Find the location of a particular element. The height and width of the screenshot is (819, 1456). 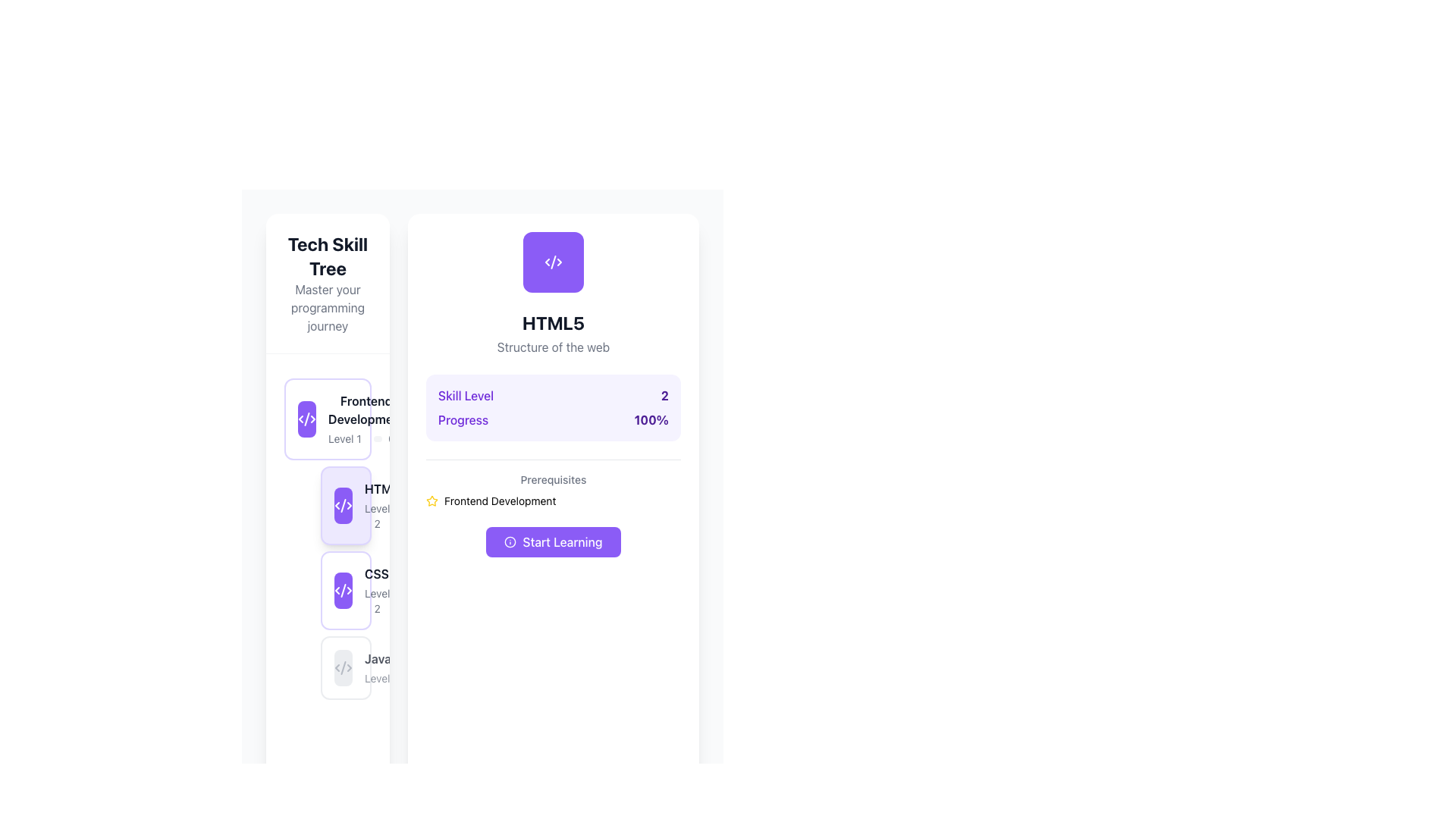

the central Icon component in a vertical list of programming-related icons, positioned between two arrow-like paths is located at coordinates (342, 590).